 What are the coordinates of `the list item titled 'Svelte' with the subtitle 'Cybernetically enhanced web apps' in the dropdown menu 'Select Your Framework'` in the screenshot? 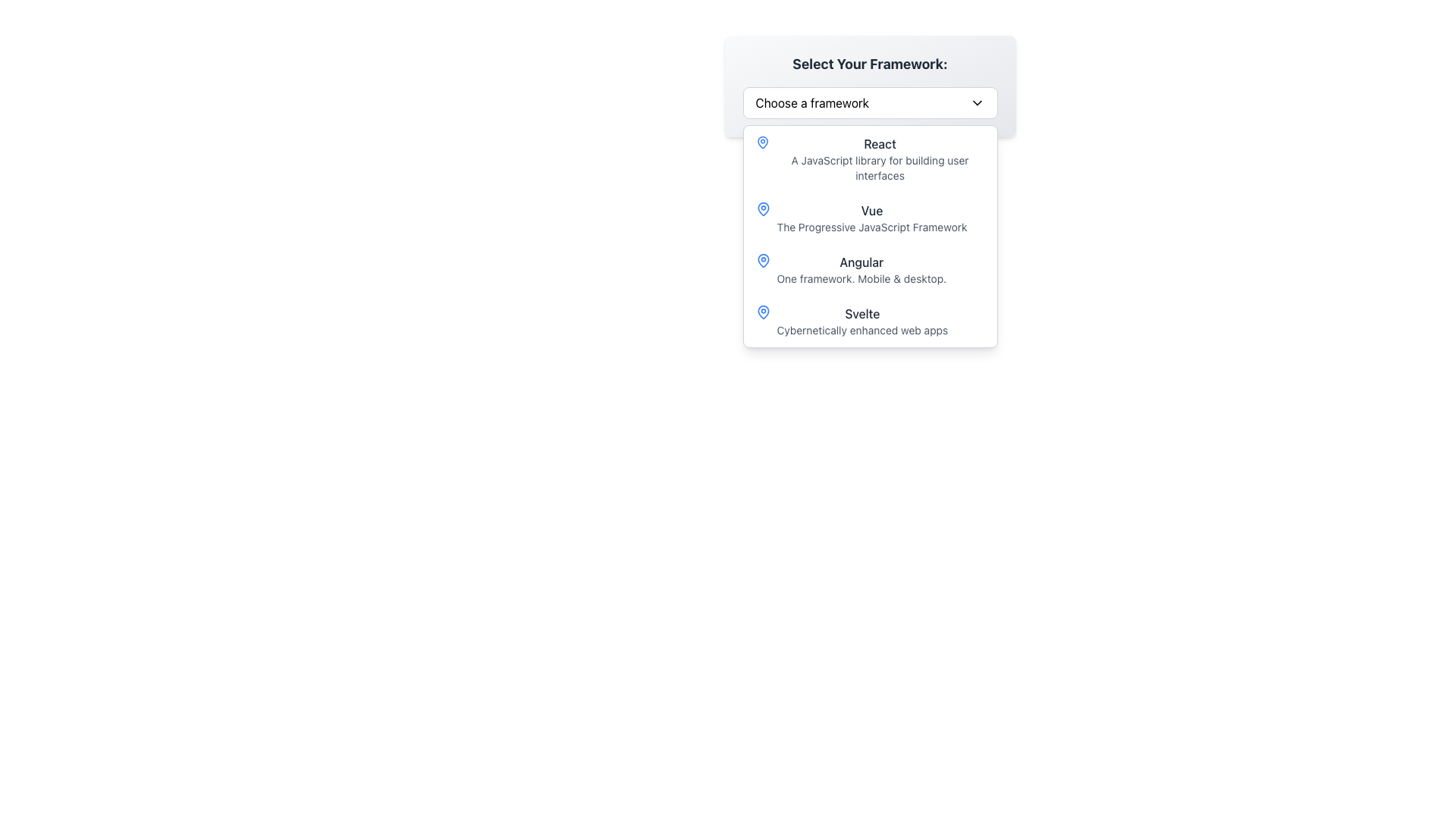 It's located at (870, 321).